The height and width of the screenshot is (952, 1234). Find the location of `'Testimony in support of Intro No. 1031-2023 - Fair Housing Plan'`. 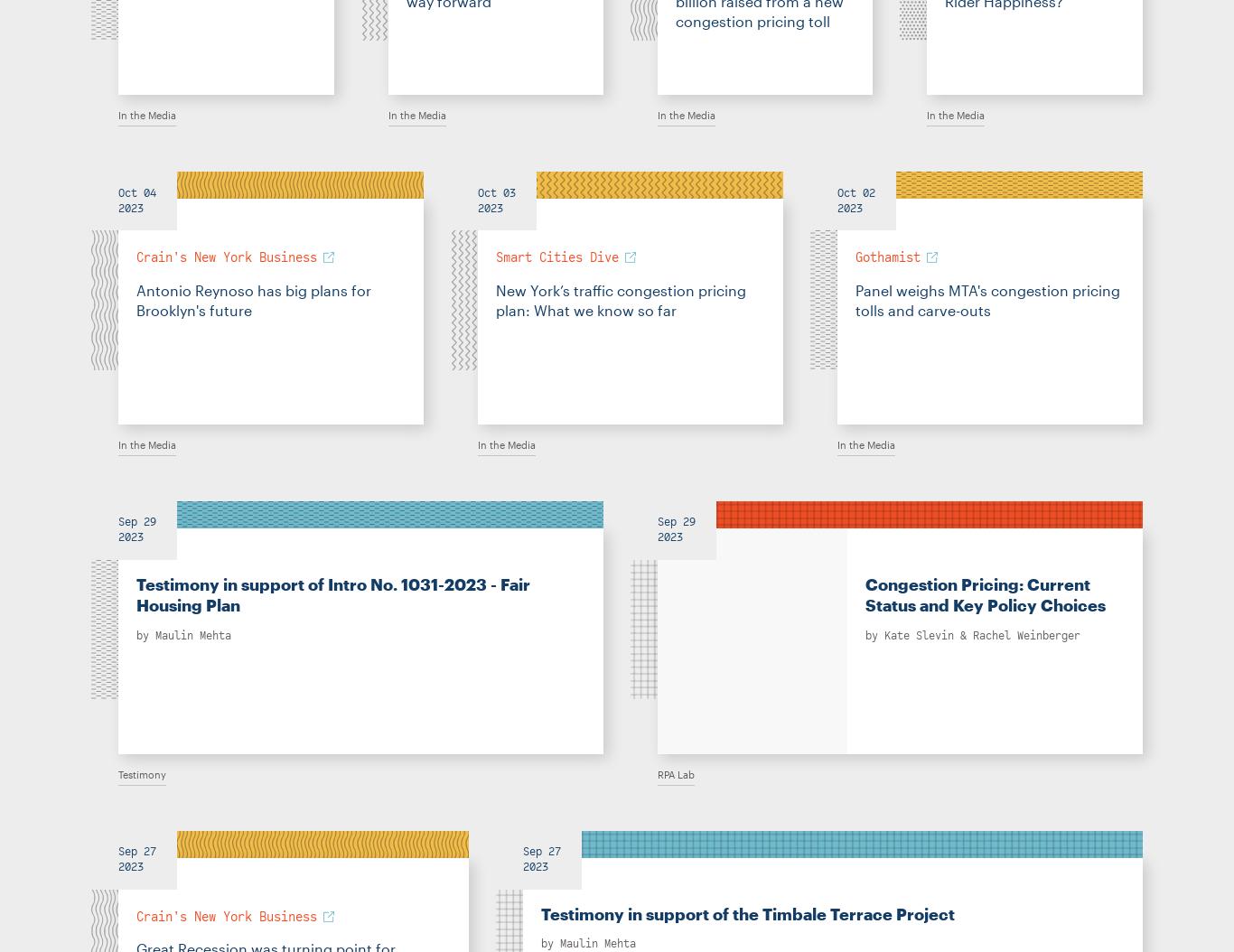

'Testimony in support of Intro No. 1031-2023 - Fair Housing Plan' is located at coordinates (332, 594).